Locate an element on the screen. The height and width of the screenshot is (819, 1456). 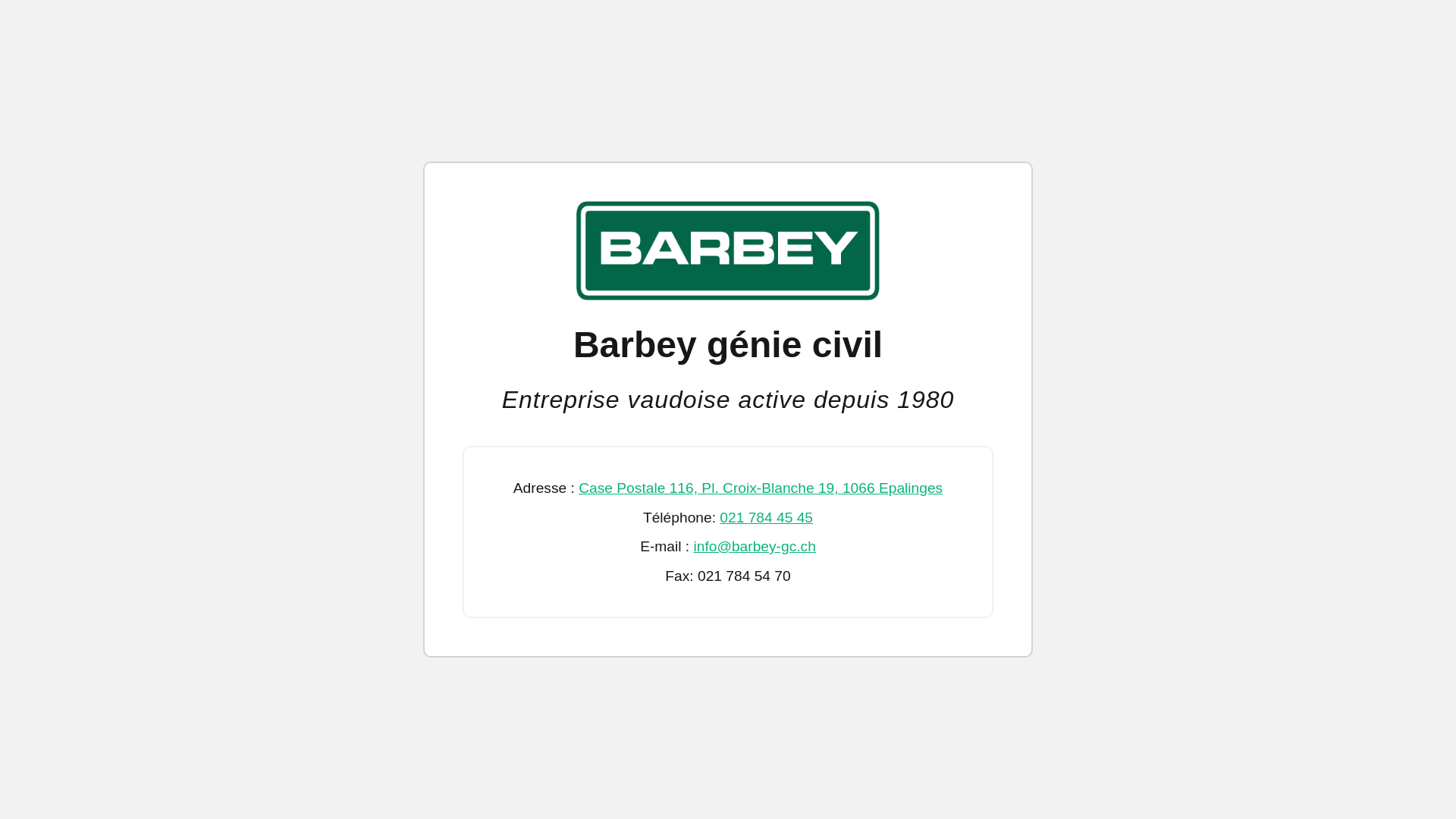
'info@barbey-gc.ch' is located at coordinates (755, 546).